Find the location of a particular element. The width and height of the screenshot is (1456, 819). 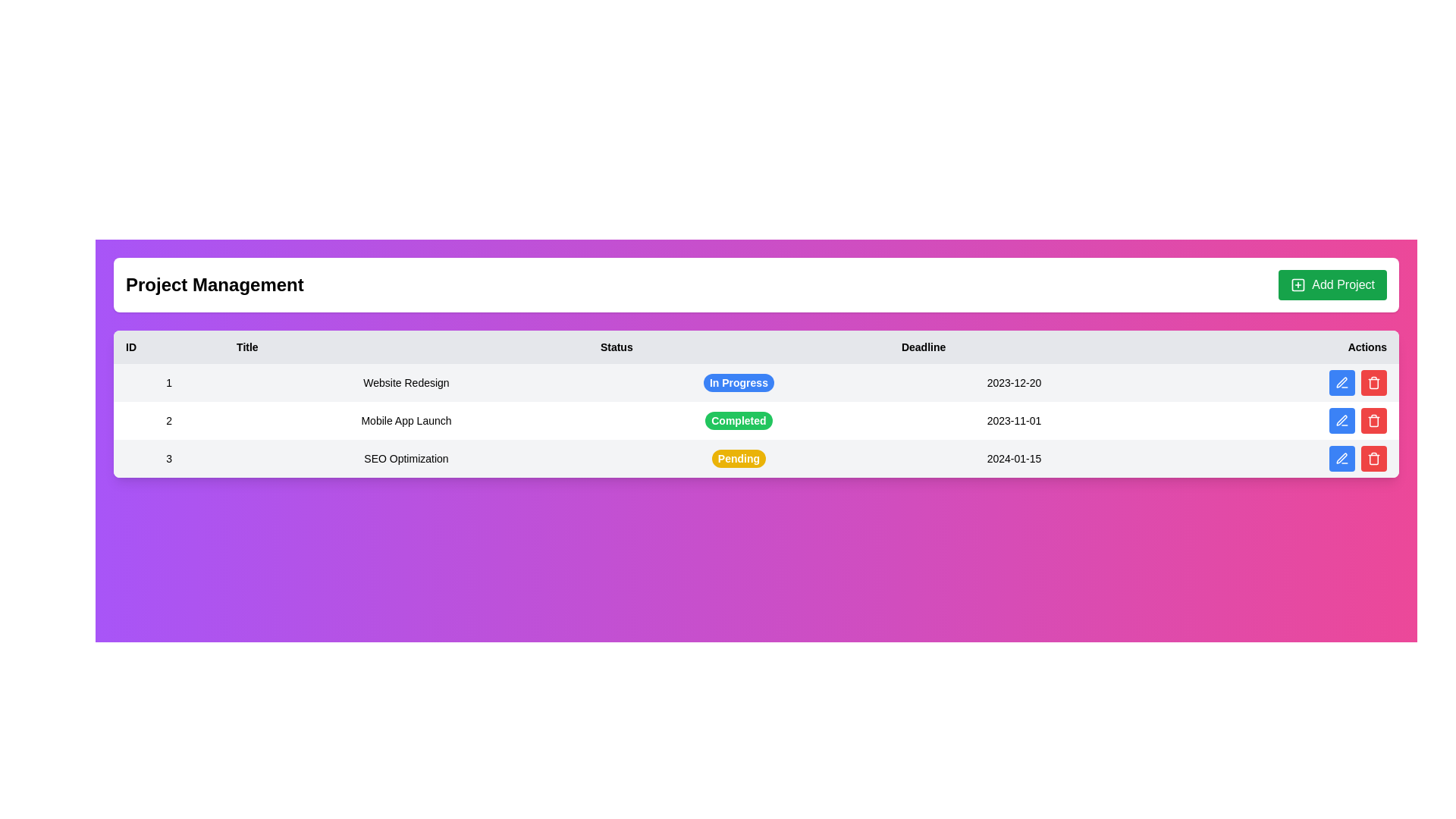

the 'SEO Optimization' status badge located in the 'Status' column of the third row of the project details table is located at coordinates (739, 458).